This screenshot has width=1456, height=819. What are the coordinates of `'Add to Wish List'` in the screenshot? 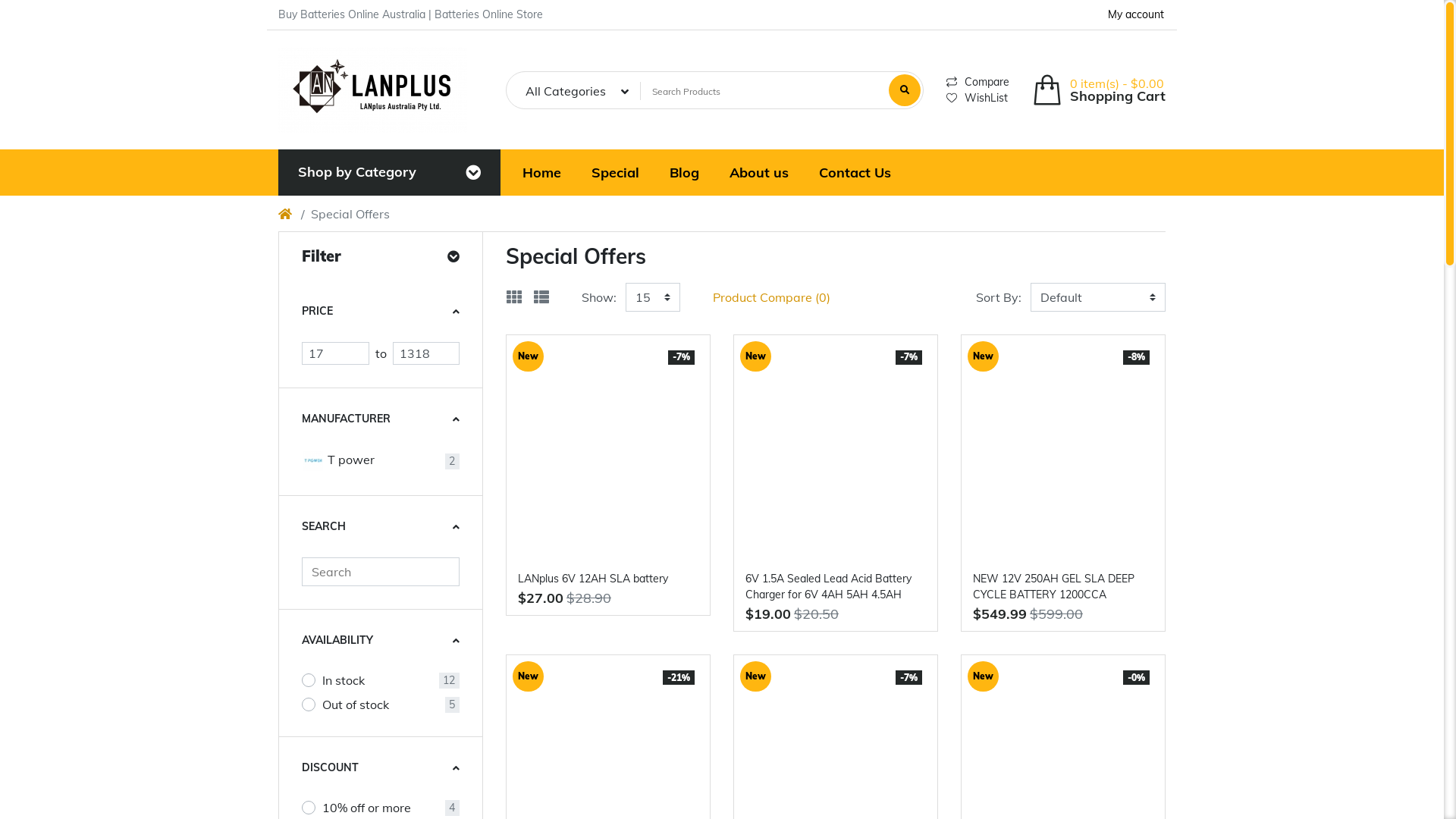 It's located at (1046, 640).